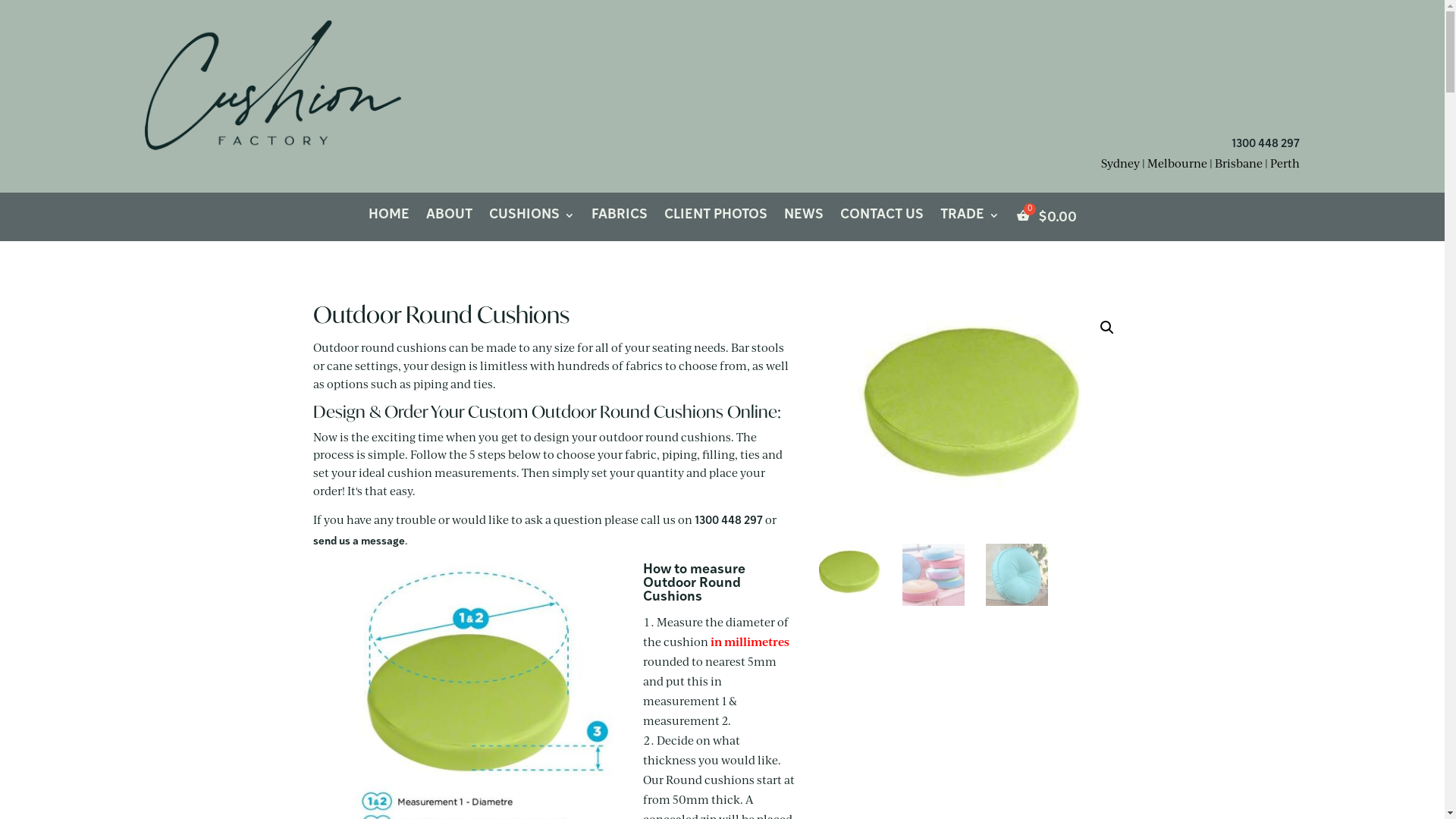 The image size is (1456, 819). What do you see at coordinates (1046, 219) in the screenshot?
I see `'$0.00'` at bounding box center [1046, 219].